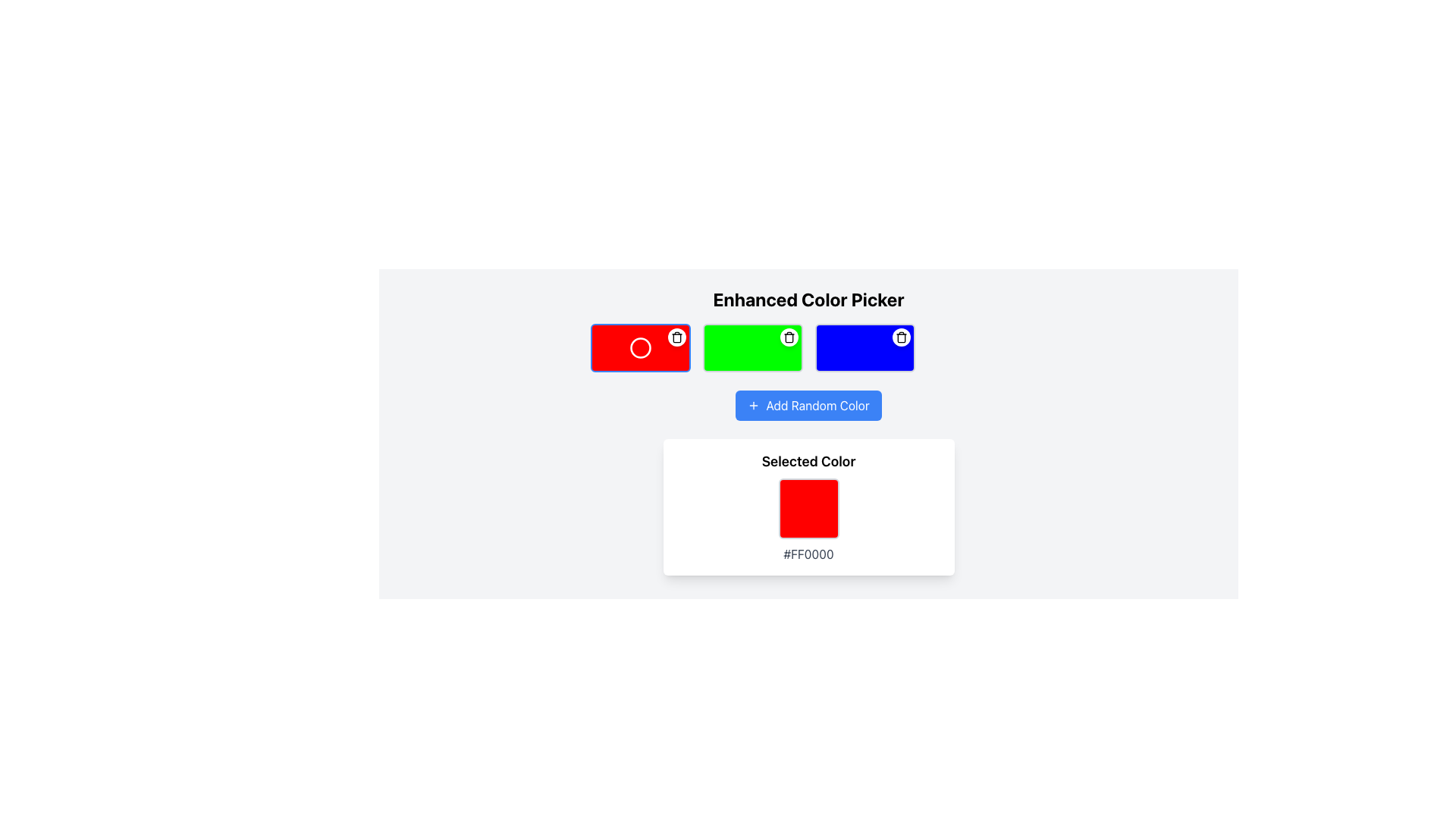  Describe the element at coordinates (808, 554) in the screenshot. I see `the static text label displaying the color code '#FF0000', which is styled in gray text and positioned below a red color sample inside a white card` at that location.